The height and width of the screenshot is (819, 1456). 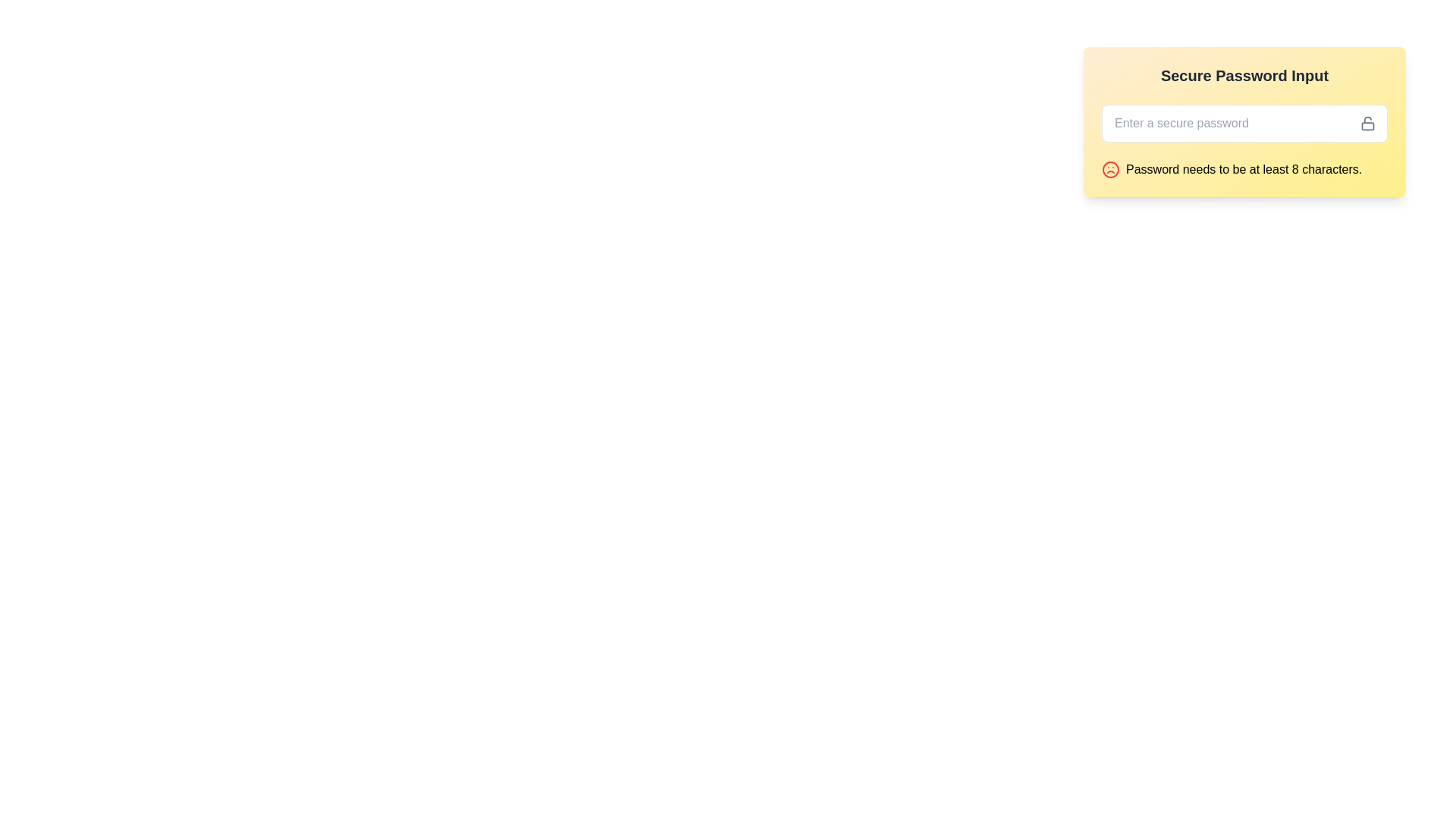 What do you see at coordinates (1244, 76) in the screenshot?
I see `the text block displaying 'Secure Password Input', which is styled in a bold font and is centered within a panel with a gradient yellow background` at bounding box center [1244, 76].